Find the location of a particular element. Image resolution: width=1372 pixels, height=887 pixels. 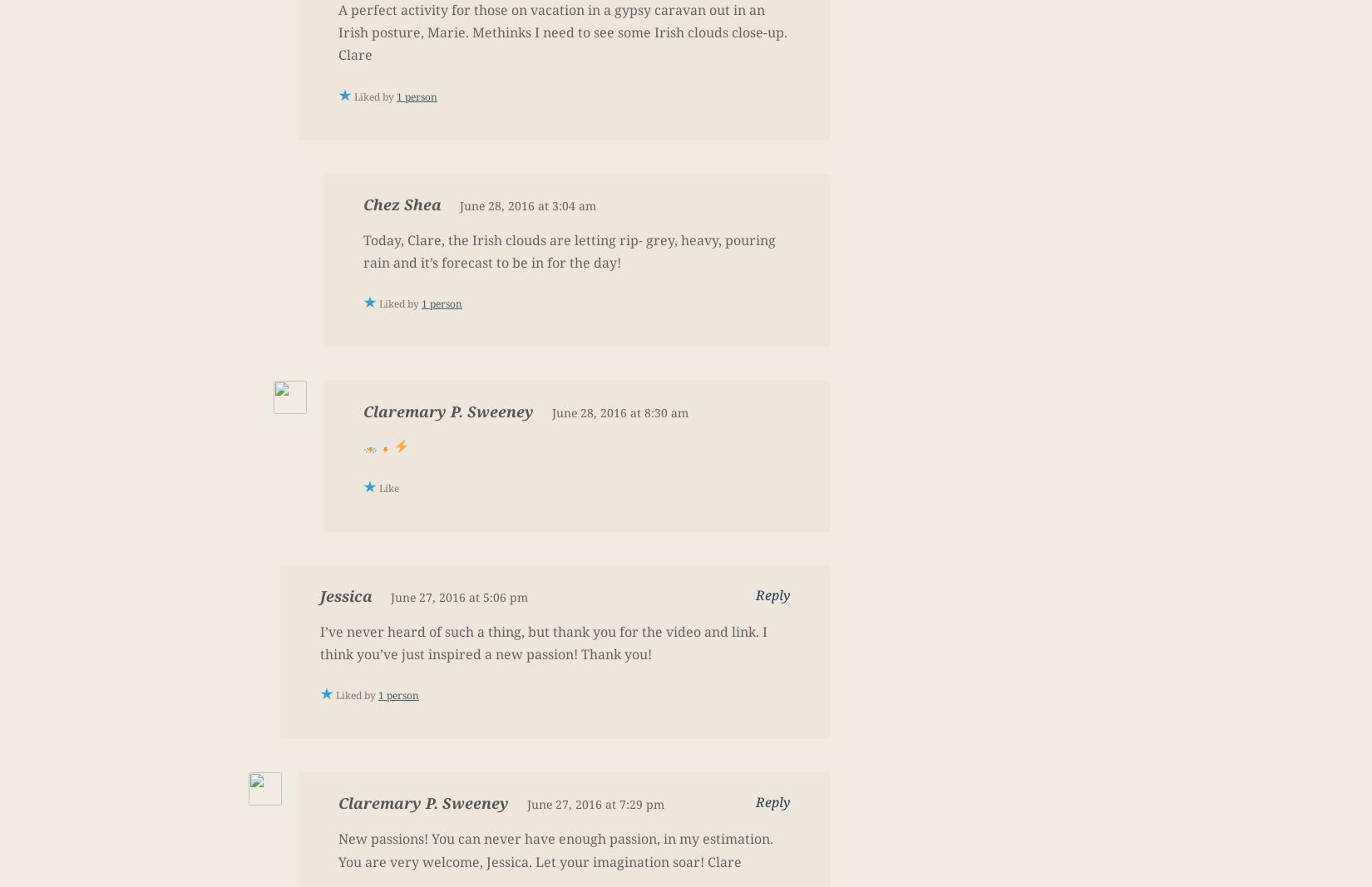

'Today, Clare, the Irish clouds are letting rip- grey, heavy, pouring rain and it’s forecast to be in for the day!' is located at coordinates (362, 250).